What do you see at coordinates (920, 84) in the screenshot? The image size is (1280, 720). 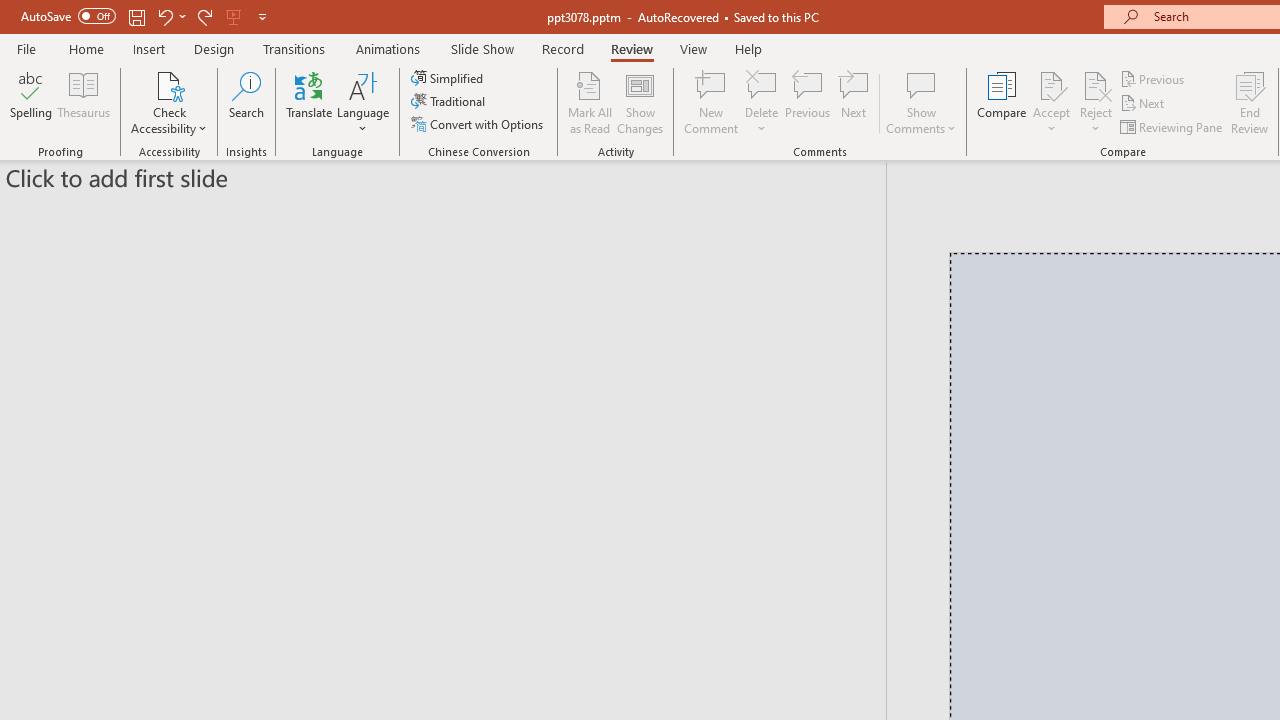 I see `'Show Comments'` at bounding box center [920, 84].